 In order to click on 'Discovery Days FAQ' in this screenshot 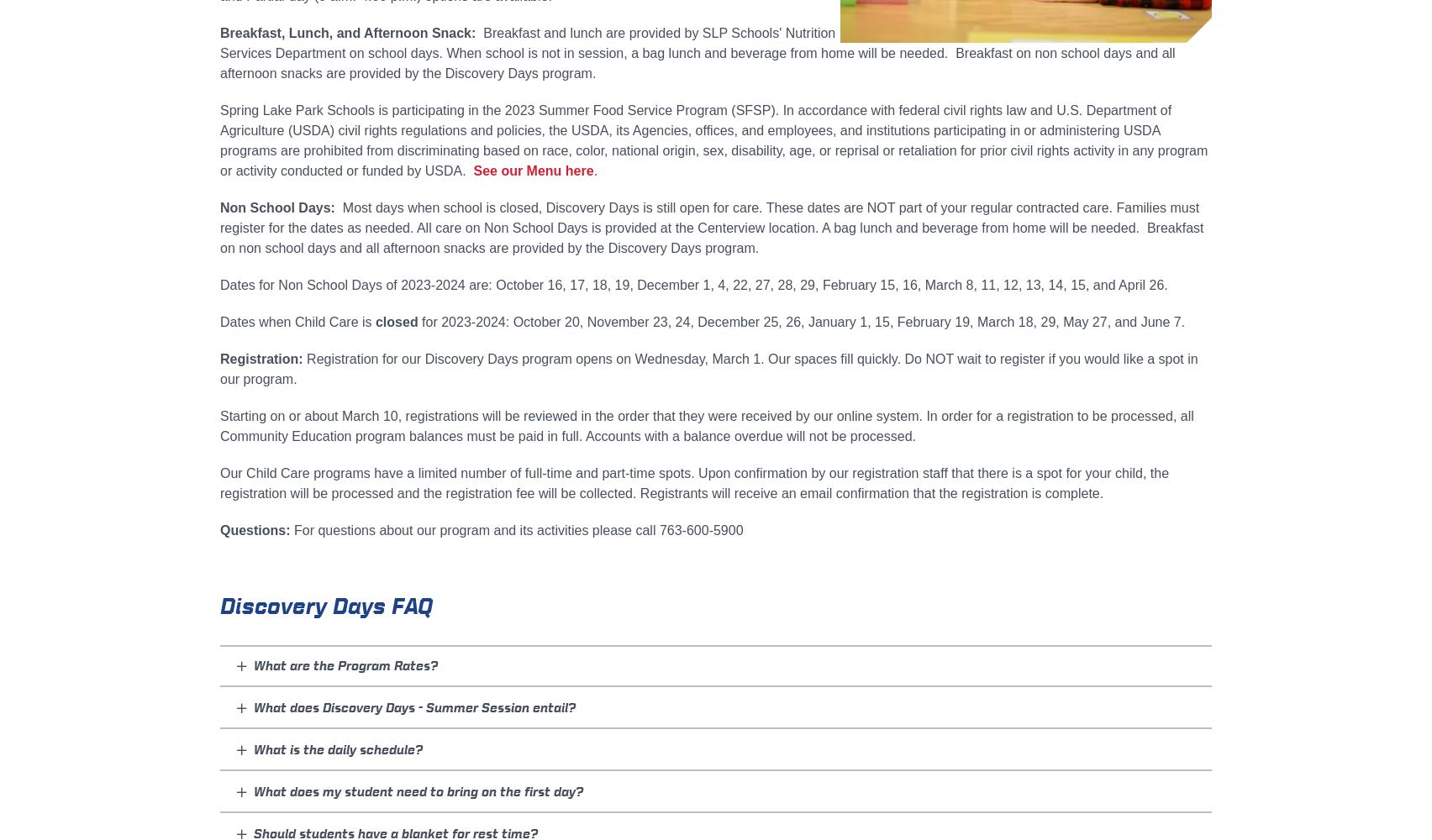, I will do `click(325, 605)`.